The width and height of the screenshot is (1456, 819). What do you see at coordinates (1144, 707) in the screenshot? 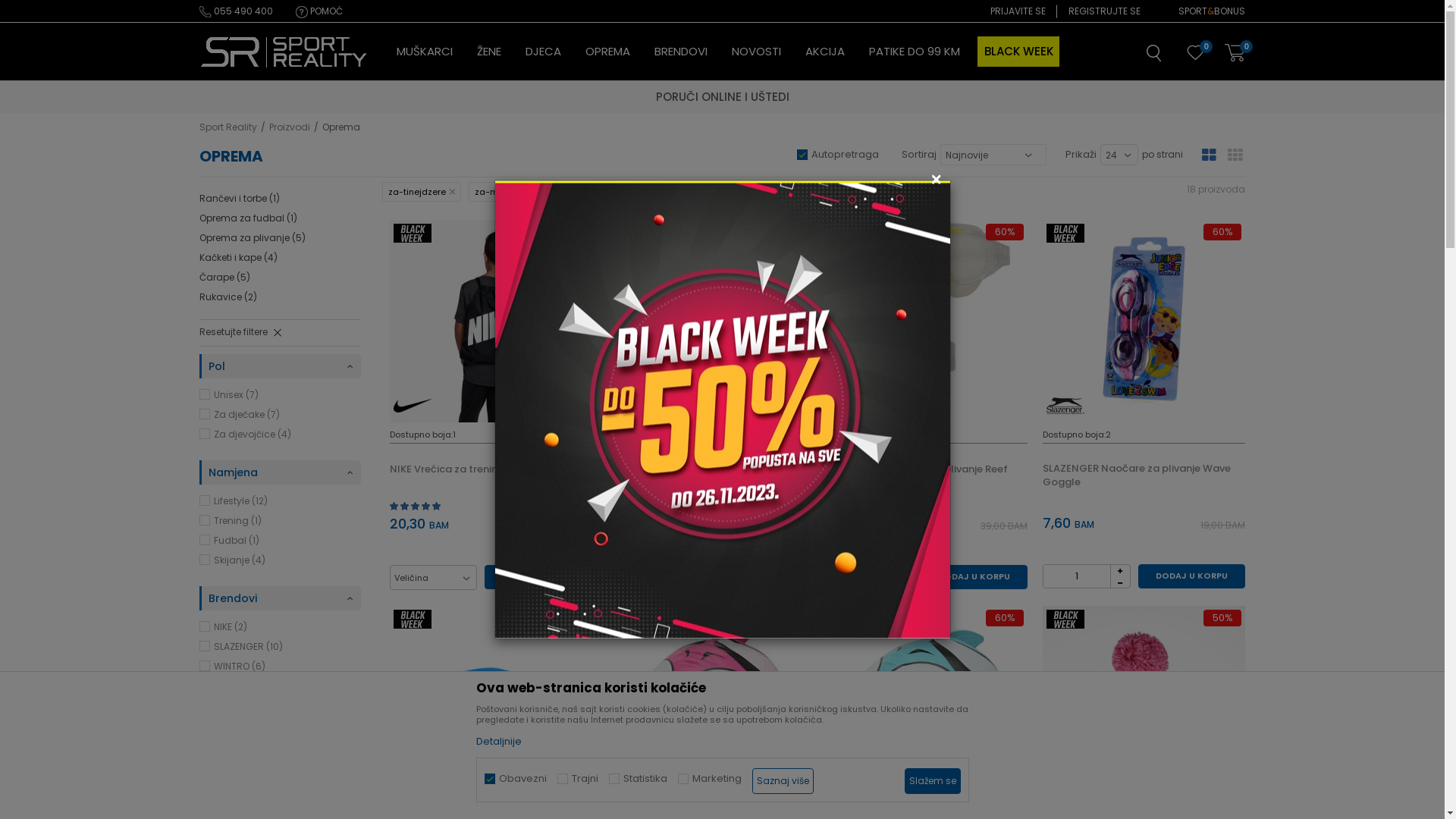
I see `'WINTRO Kapa Fuze Beanie '` at bounding box center [1144, 707].